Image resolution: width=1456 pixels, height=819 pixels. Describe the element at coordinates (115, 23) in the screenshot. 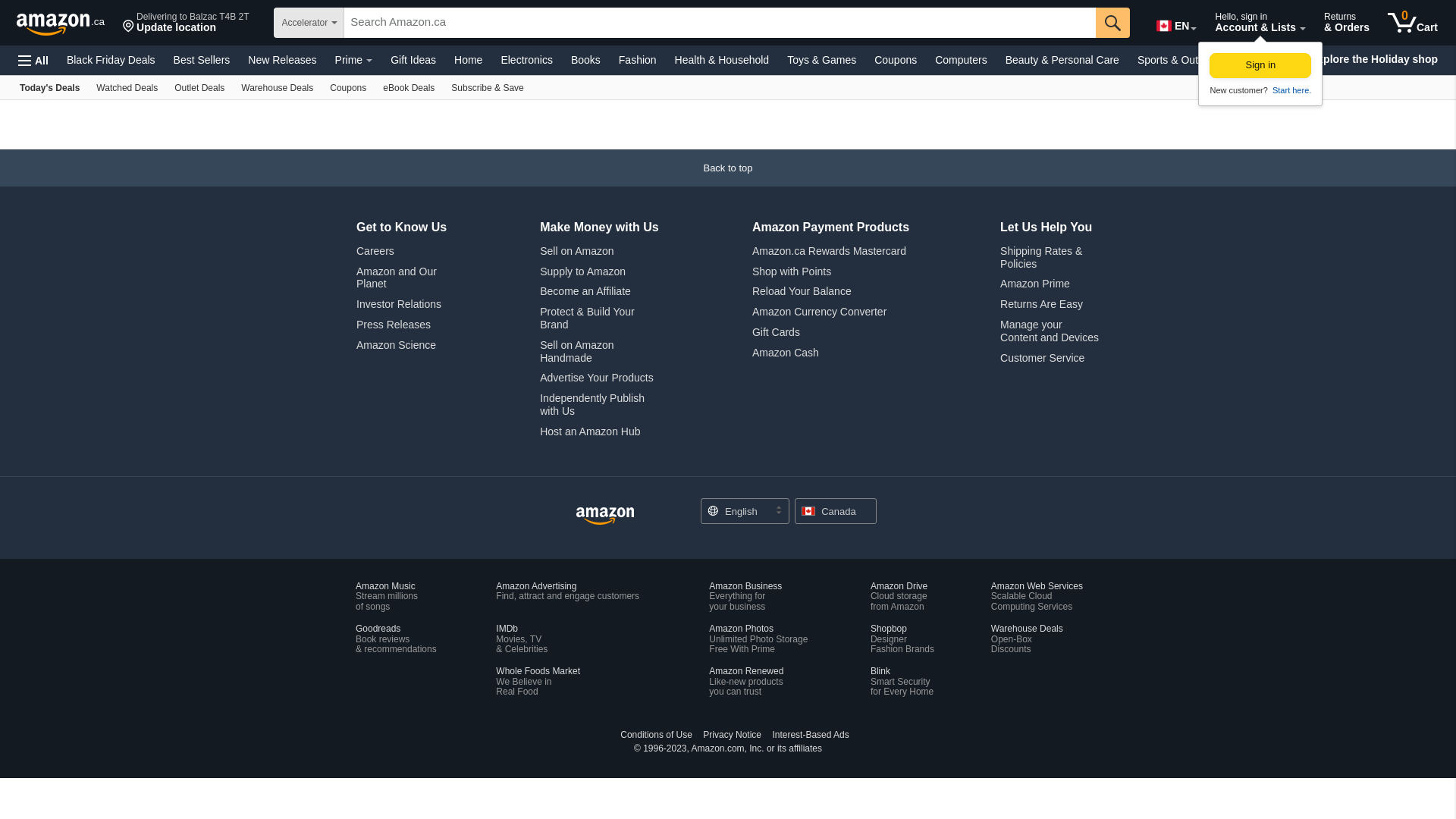

I see `'Delivering to Balzac T4B 2T` at that location.